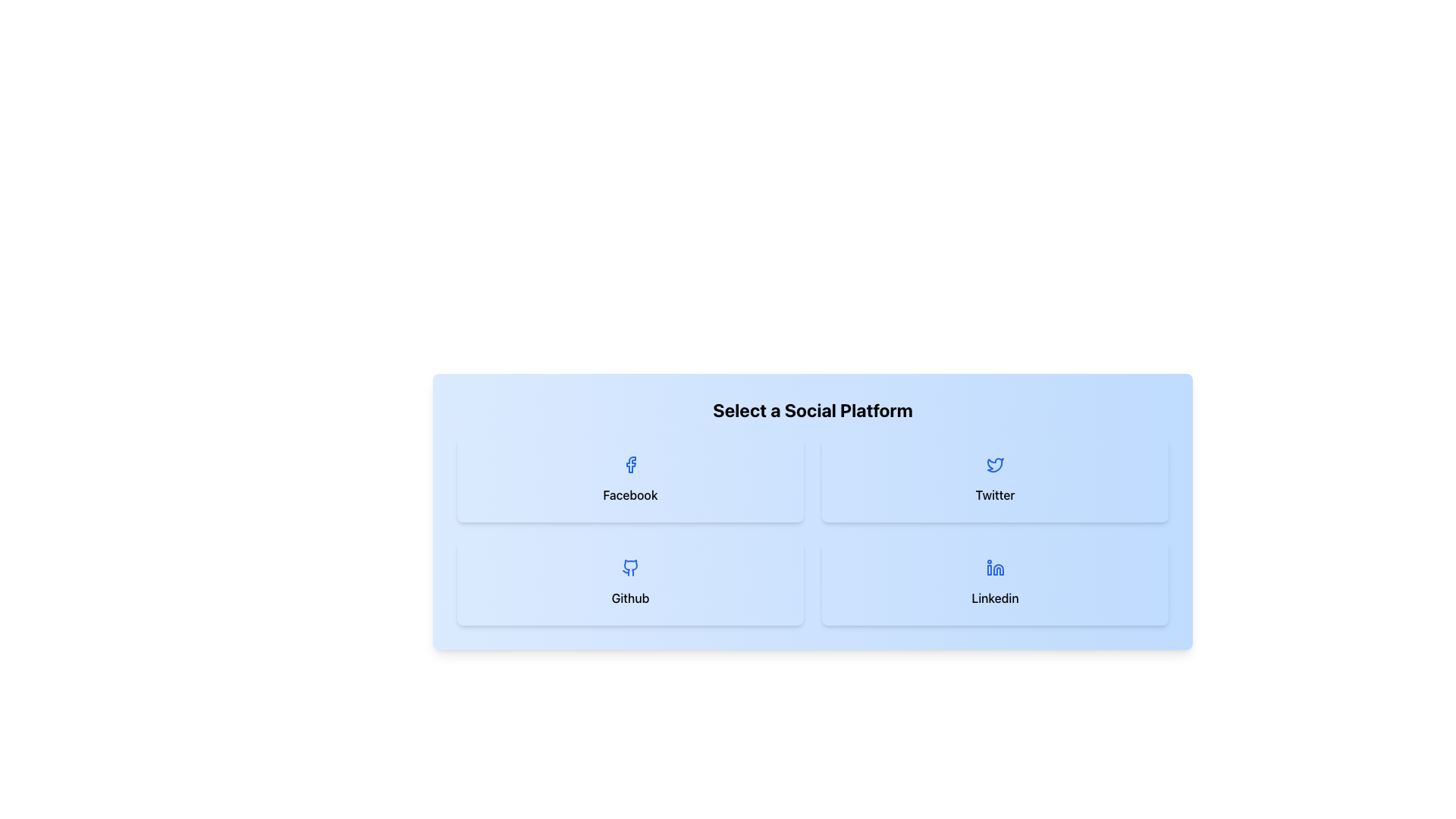  What do you see at coordinates (989, 570) in the screenshot?
I see `the LinkedIn logo, specifically targeting the small rectangular shape that forms the vertical bar of the letter 'i'` at bounding box center [989, 570].